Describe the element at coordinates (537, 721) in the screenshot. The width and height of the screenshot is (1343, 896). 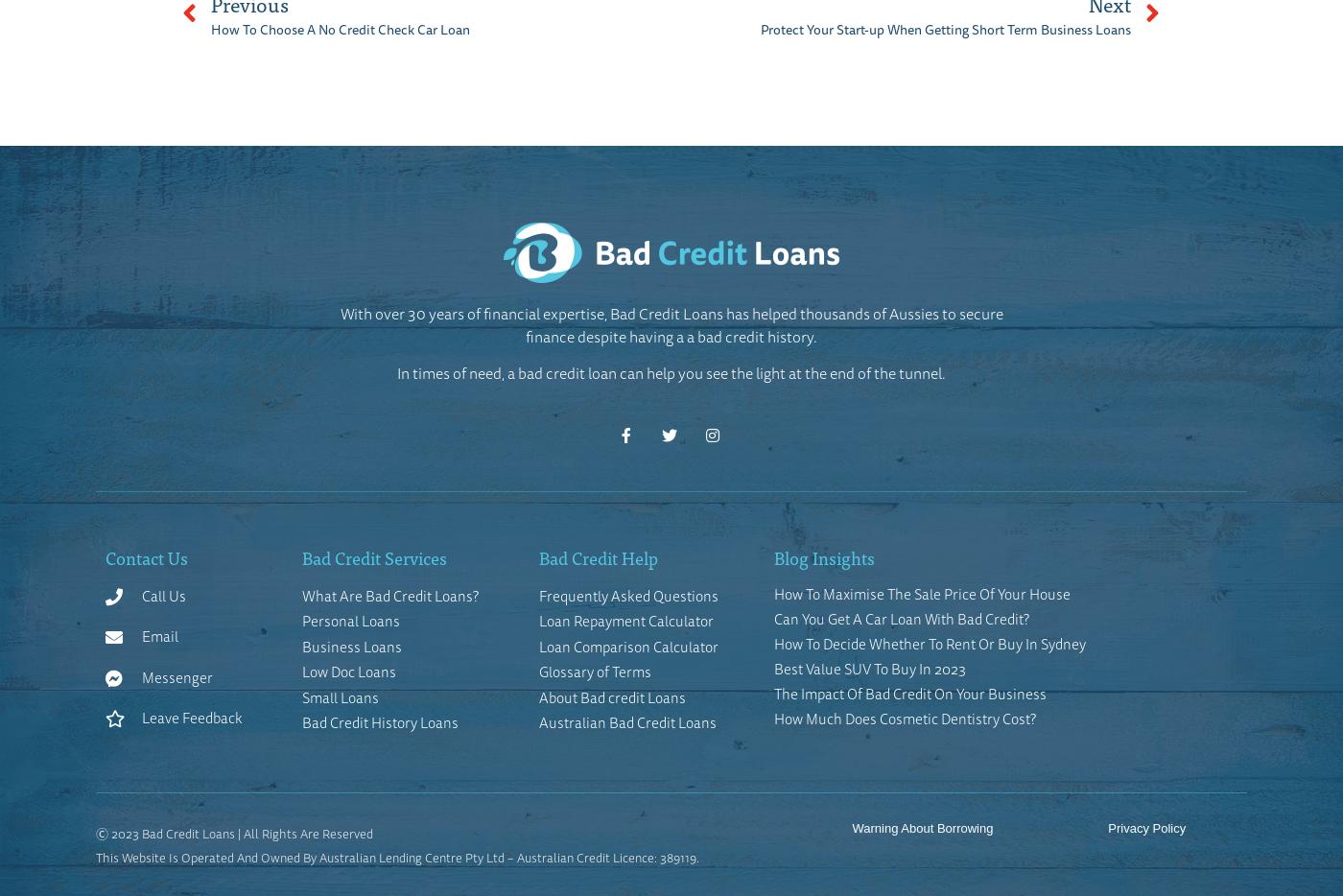
I see `'Australian Bad Credit Loans'` at that location.